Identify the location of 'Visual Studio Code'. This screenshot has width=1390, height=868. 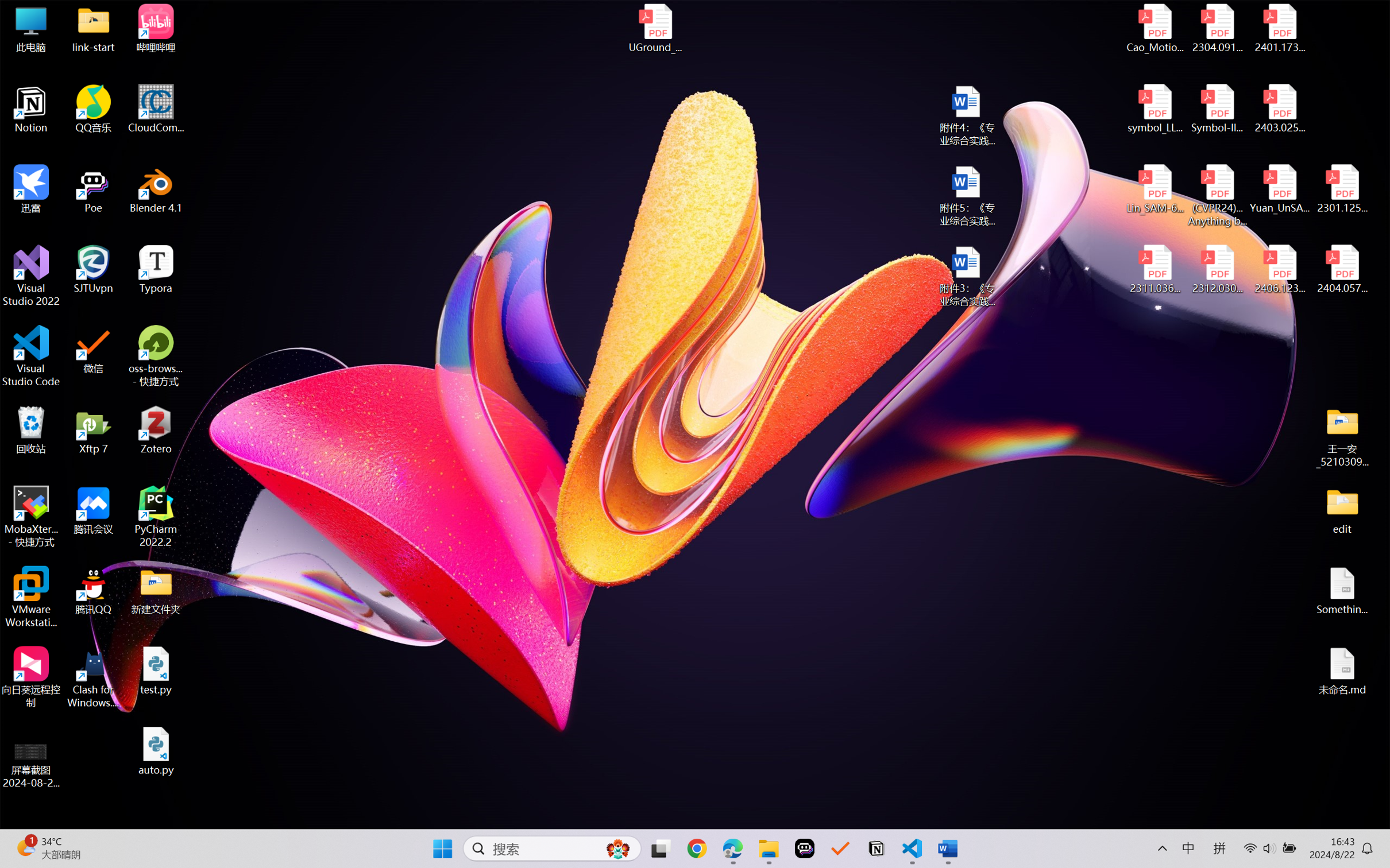
(30, 355).